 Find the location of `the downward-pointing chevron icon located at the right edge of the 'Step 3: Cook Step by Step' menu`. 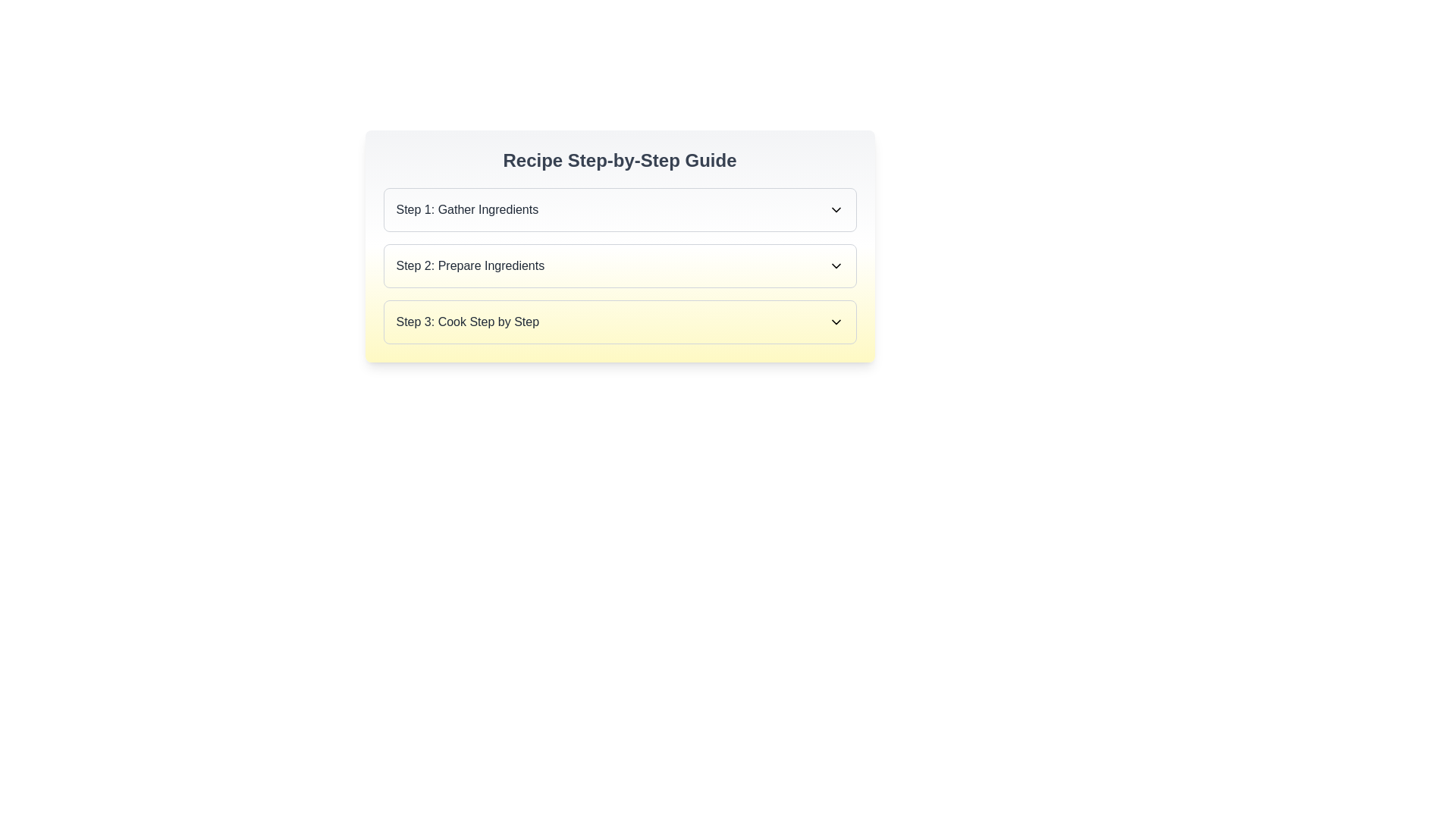

the downward-pointing chevron icon located at the right edge of the 'Step 3: Cook Step by Step' menu is located at coordinates (835, 321).